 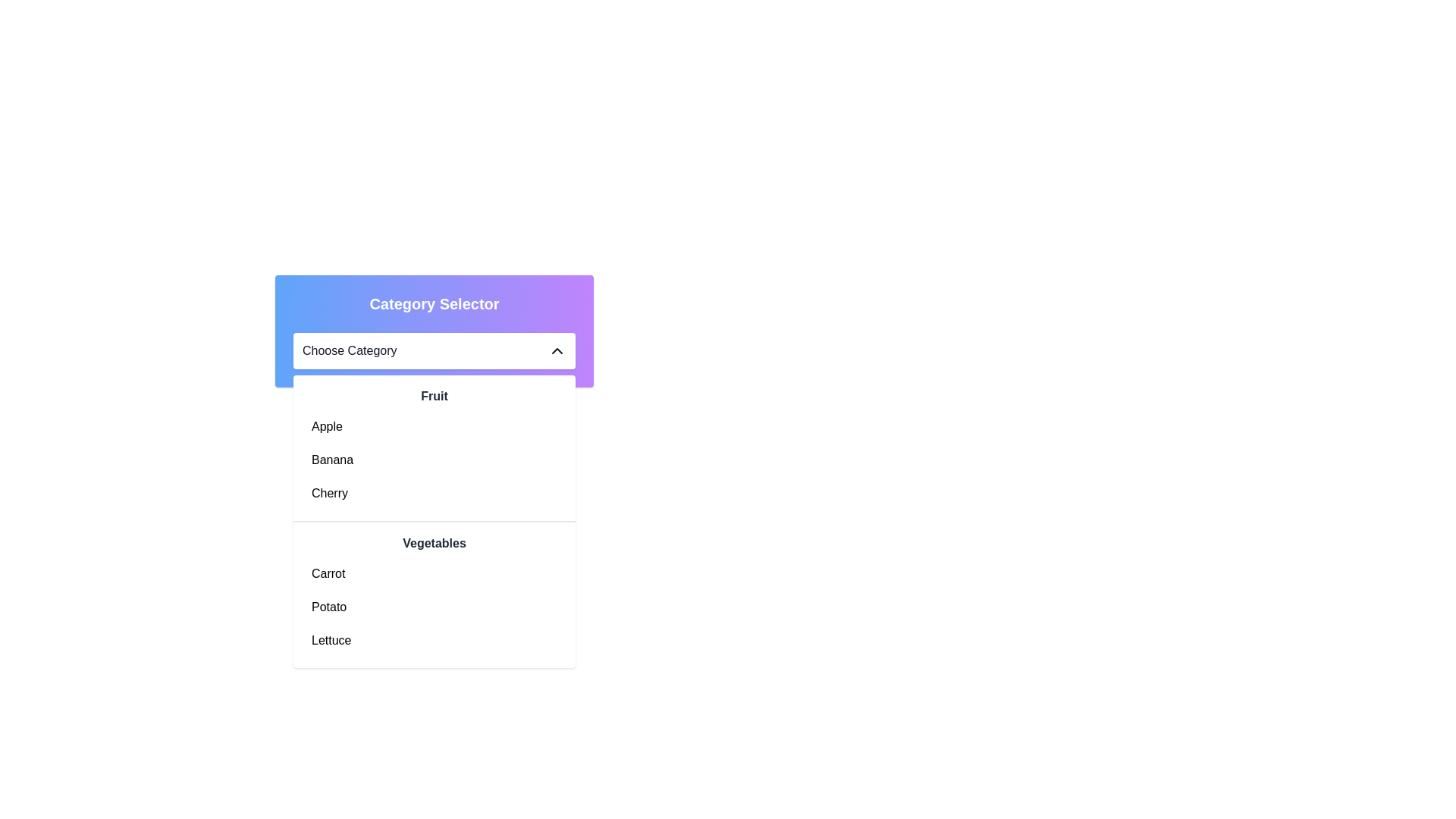 I want to click on the 'Vegetables' list of items, specifically, so click(x=433, y=607).